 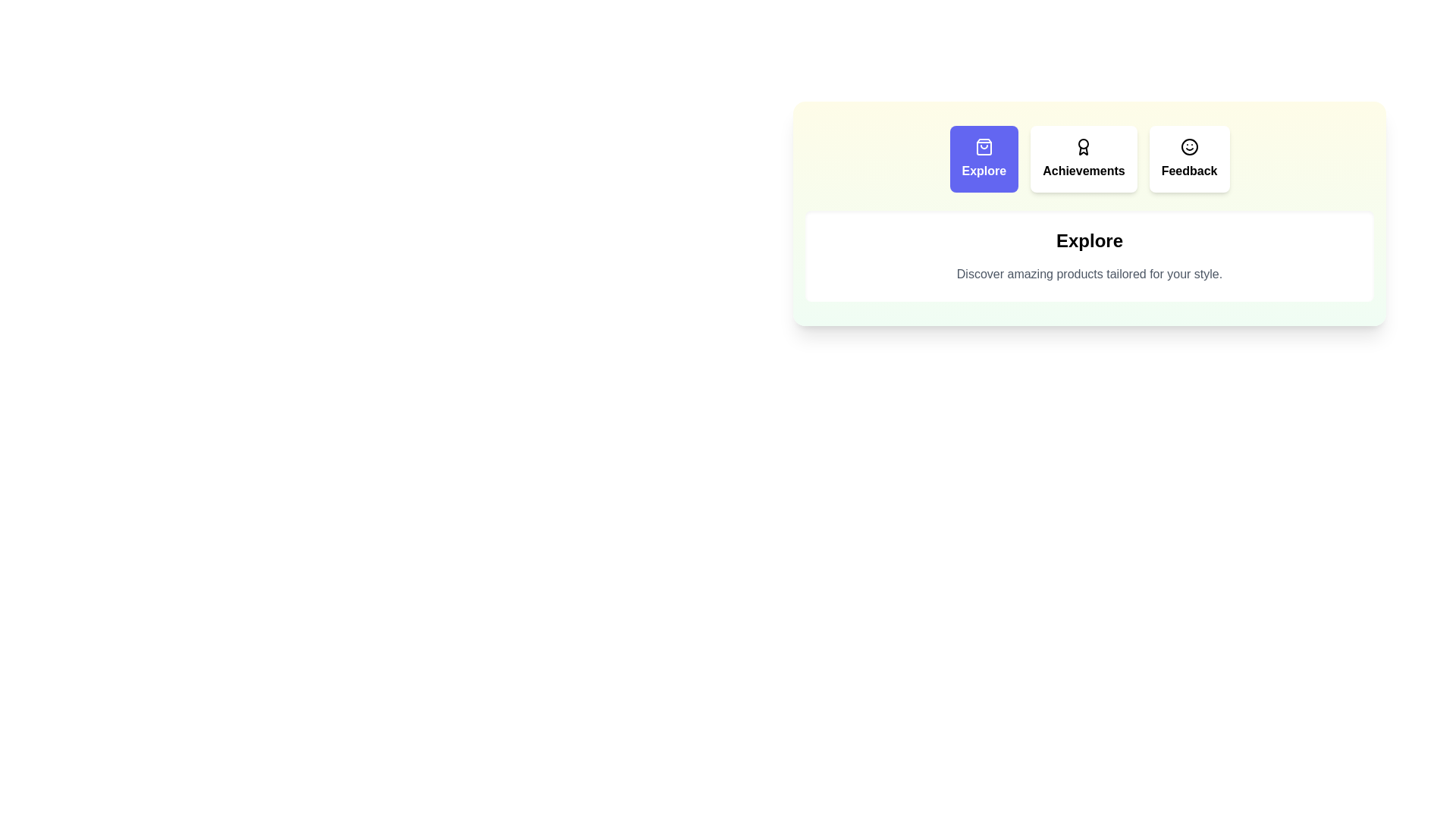 I want to click on the tab labeled Feedback to observe the hover effect, so click(x=1188, y=158).